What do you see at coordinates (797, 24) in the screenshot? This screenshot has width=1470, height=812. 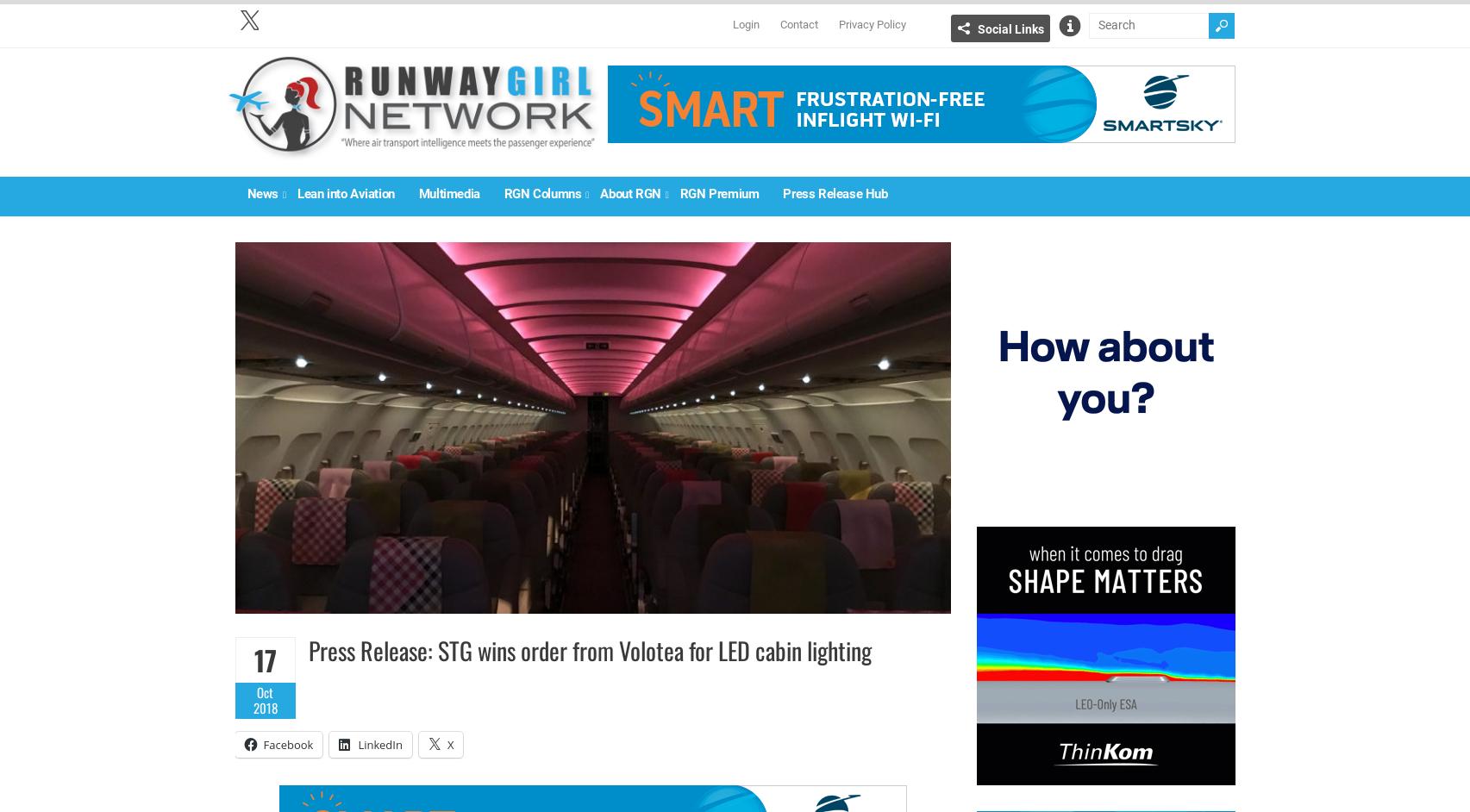 I see `'Contact'` at bounding box center [797, 24].